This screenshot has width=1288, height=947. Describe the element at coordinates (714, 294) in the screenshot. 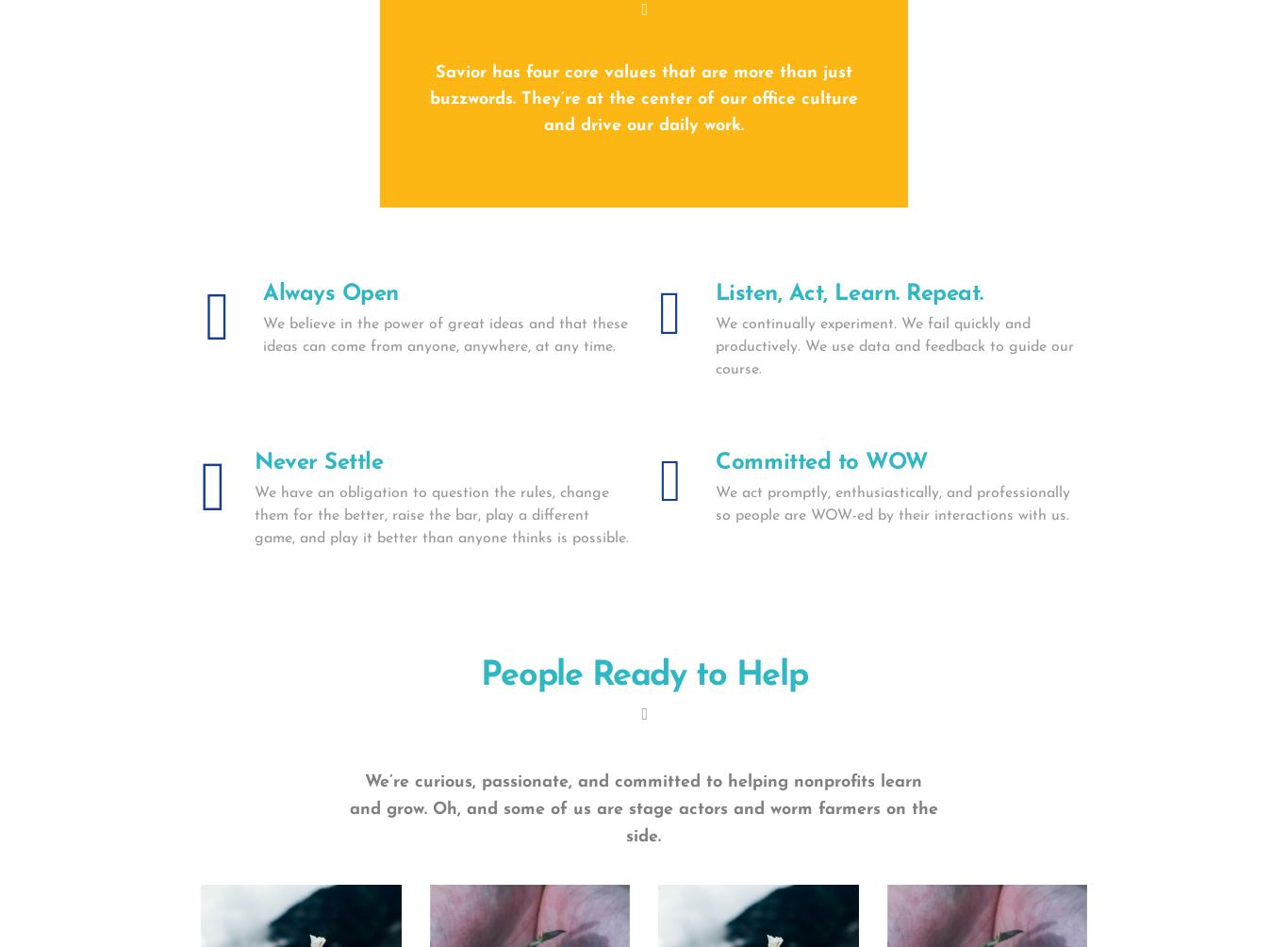

I see `'Listen, Act, Learn. Repeat.'` at that location.